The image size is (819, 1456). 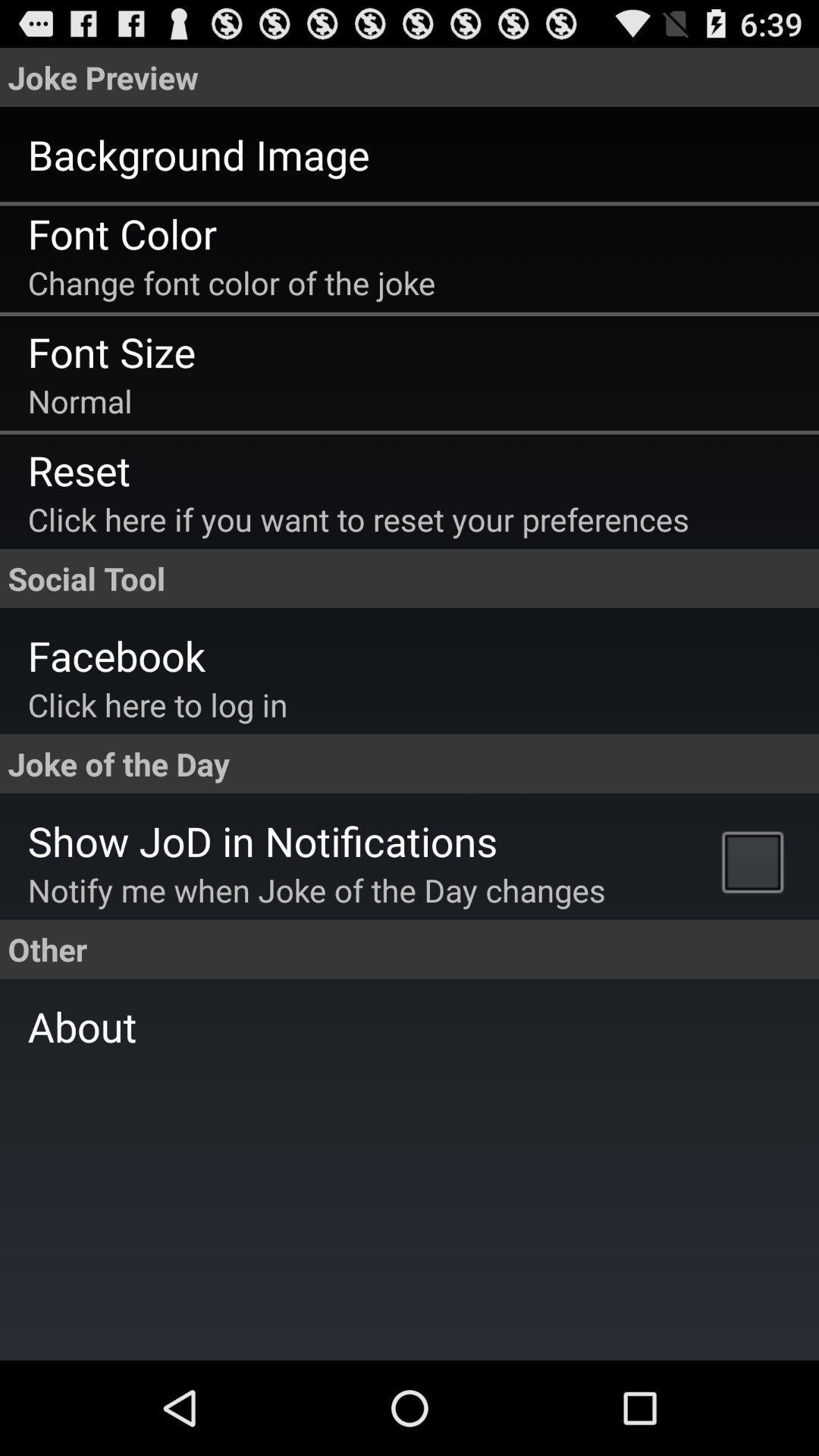 I want to click on the app next to the notify me when app, so click(x=756, y=861).